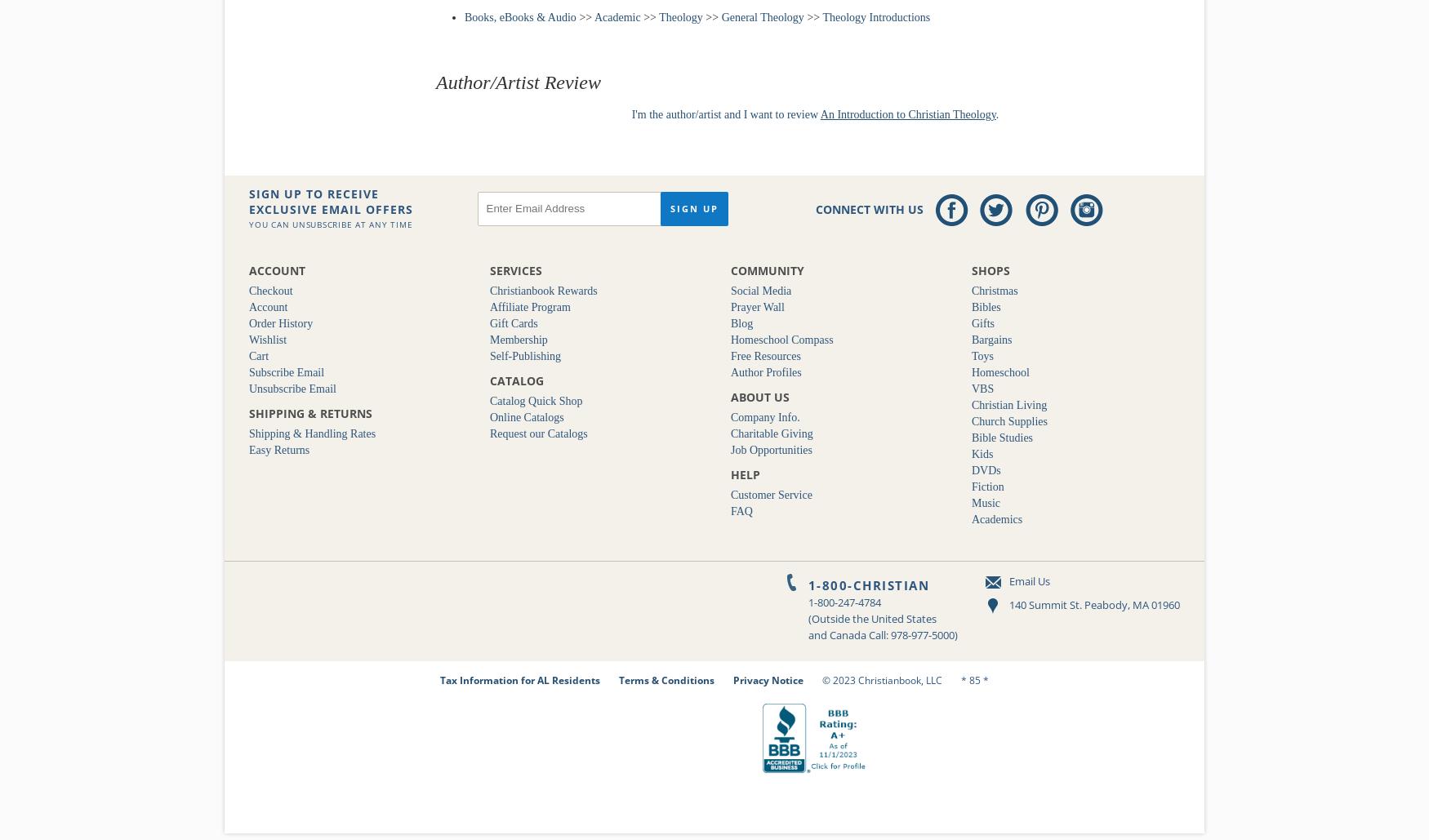  What do you see at coordinates (890, 633) in the screenshot?
I see `'978-977-5000'` at bounding box center [890, 633].